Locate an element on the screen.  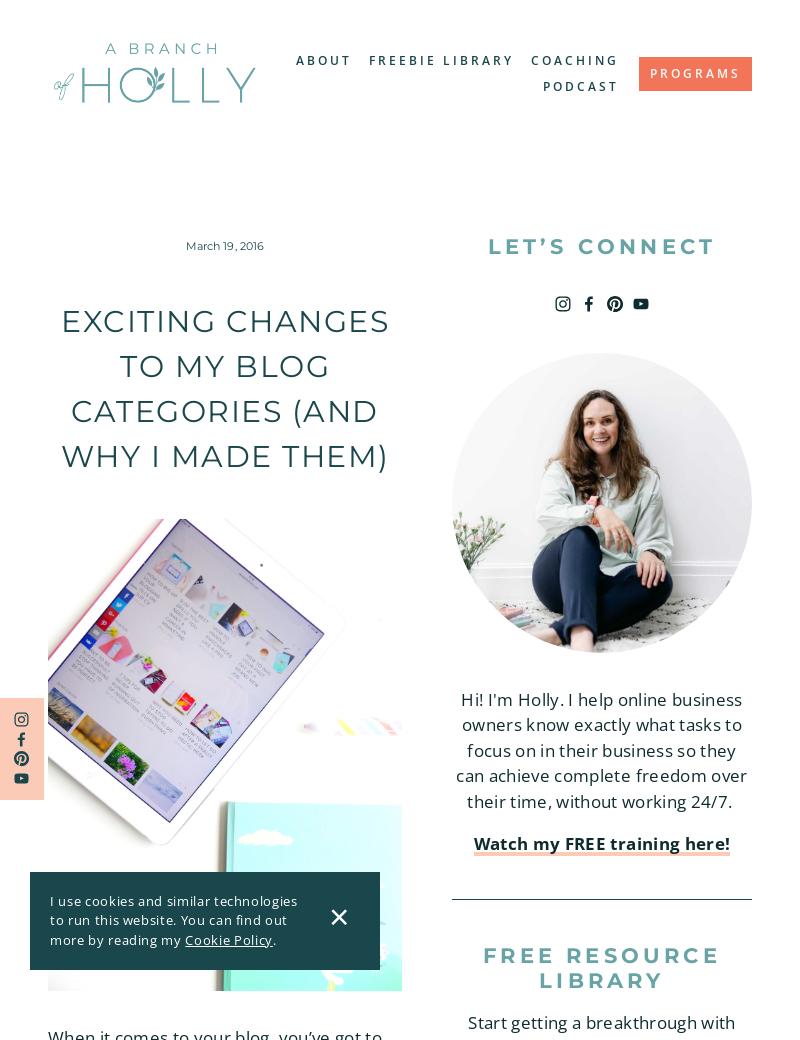
'let’s connect' is located at coordinates (487, 245).